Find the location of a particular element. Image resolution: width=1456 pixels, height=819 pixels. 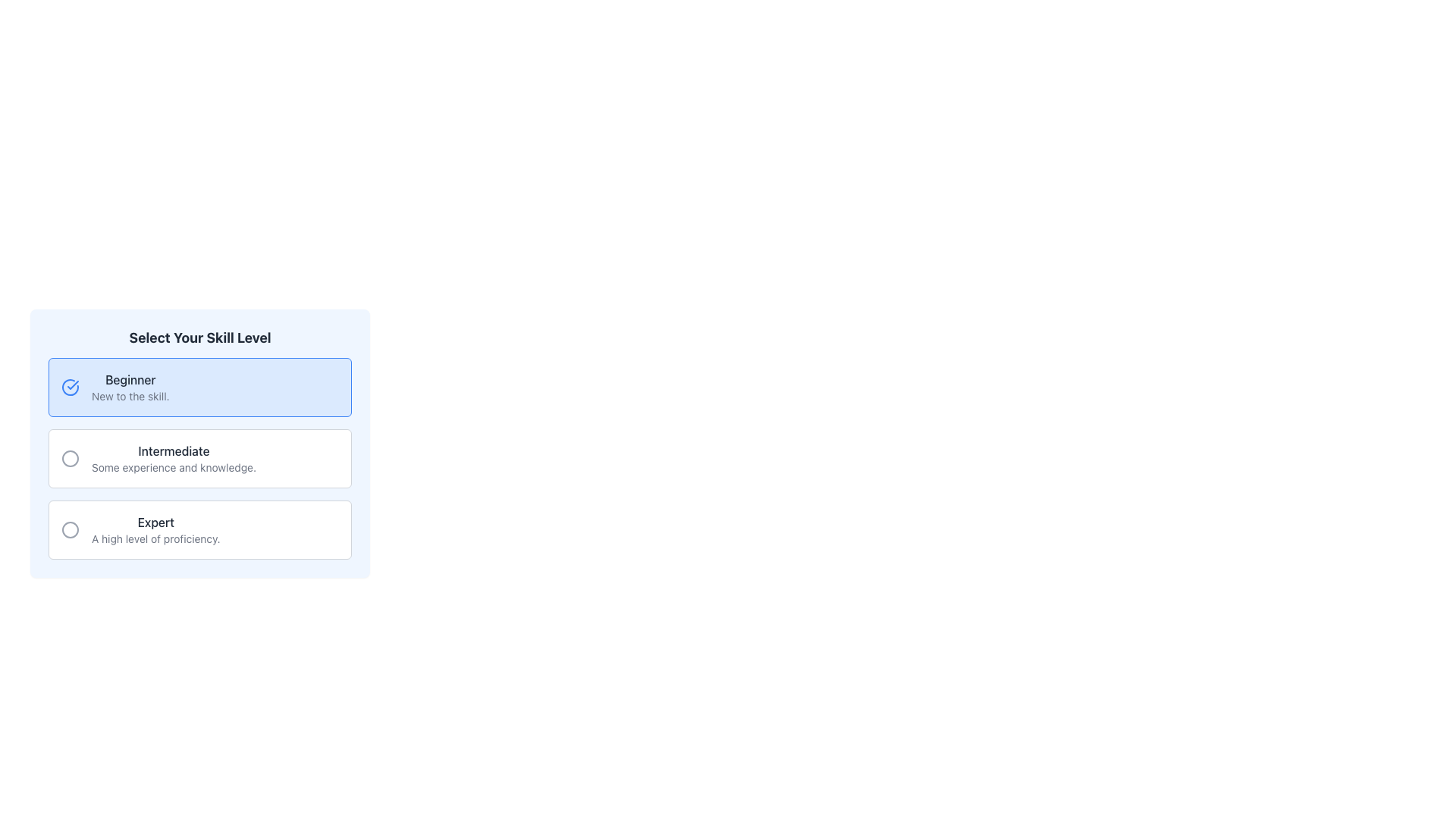

the 'Intermediate' radio selection option, which is the second option in a list of three is located at coordinates (199, 458).